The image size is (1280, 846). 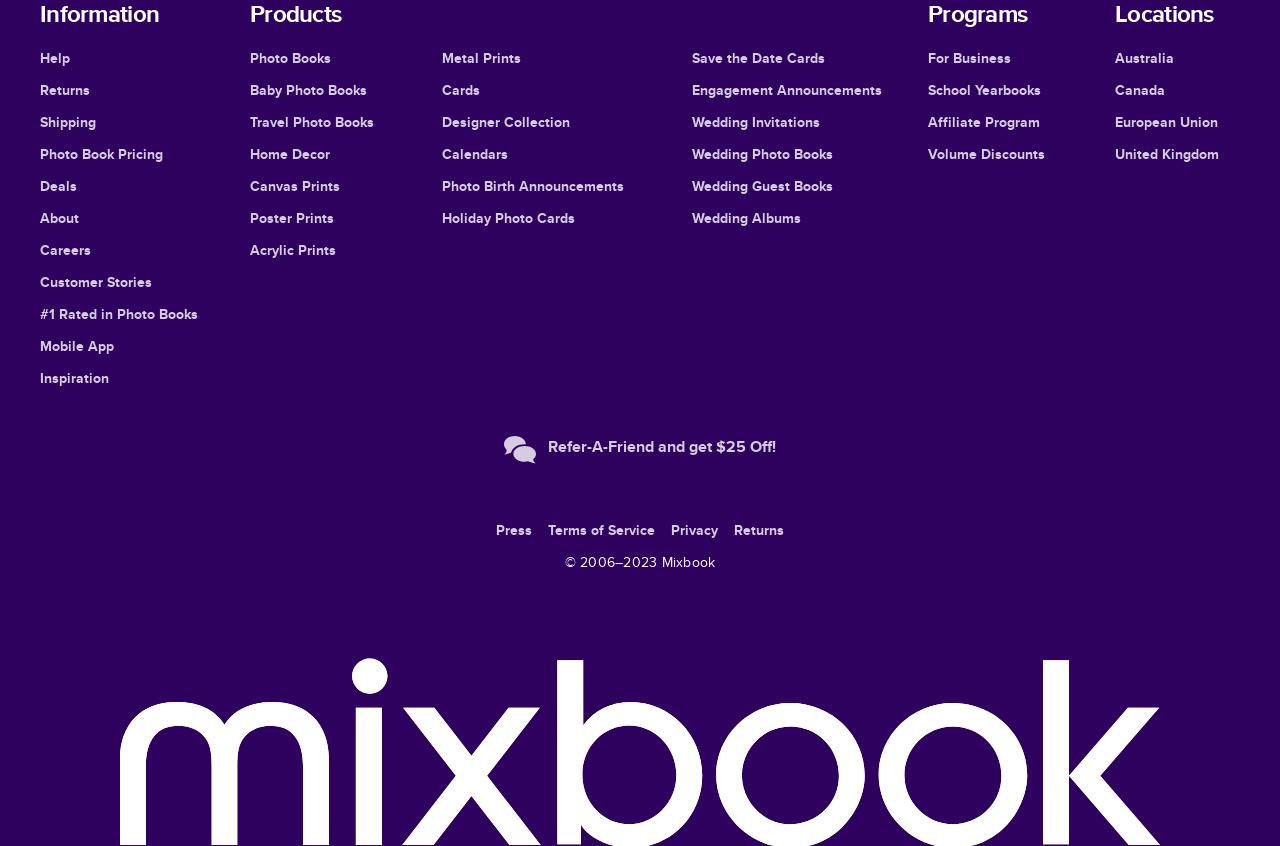 What do you see at coordinates (77, 345) in the screenshot?
I see `'Mobile App'` at bounding box center [77, 345].